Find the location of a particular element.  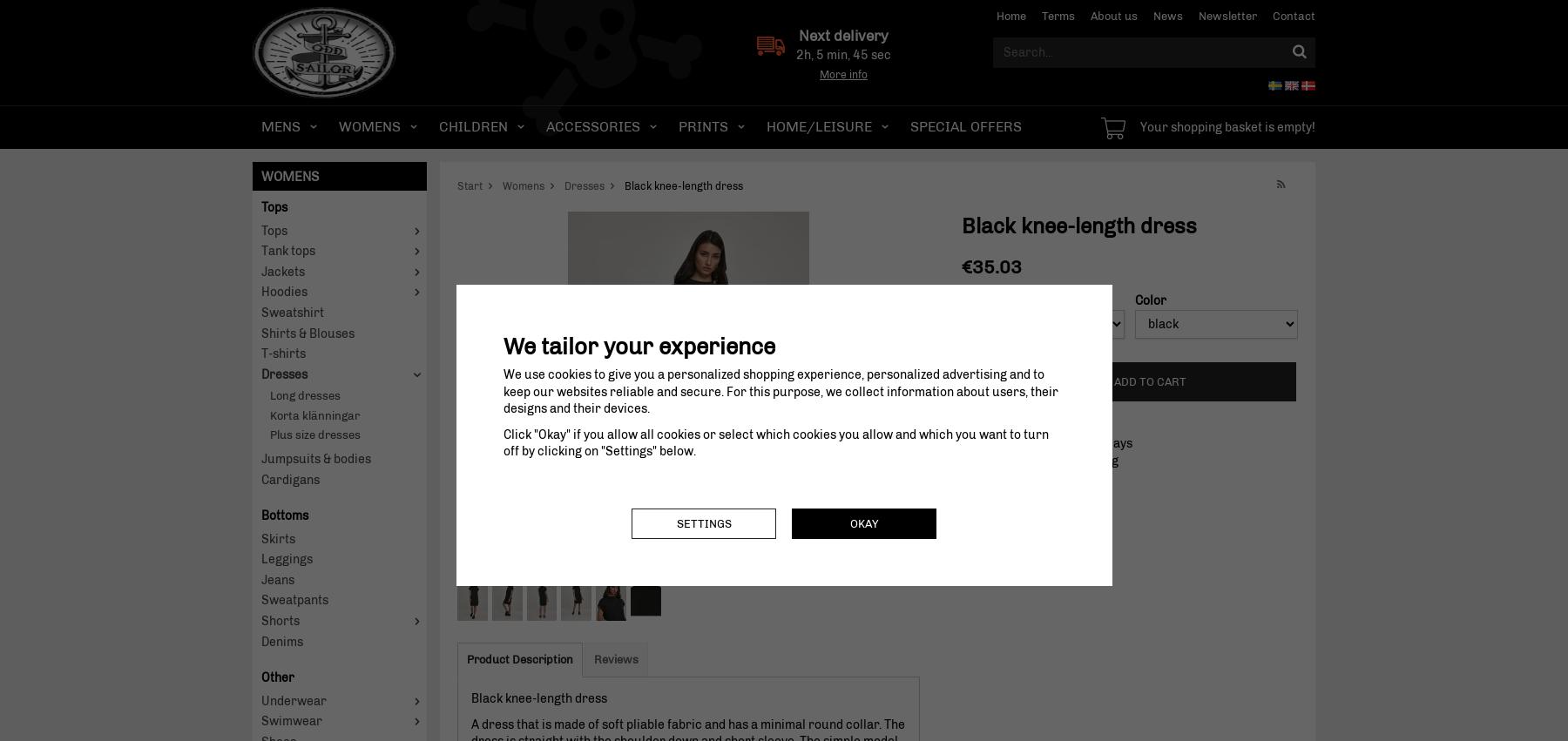

'Your shopping basket is empty!' is located at coordinates (1227, 127).